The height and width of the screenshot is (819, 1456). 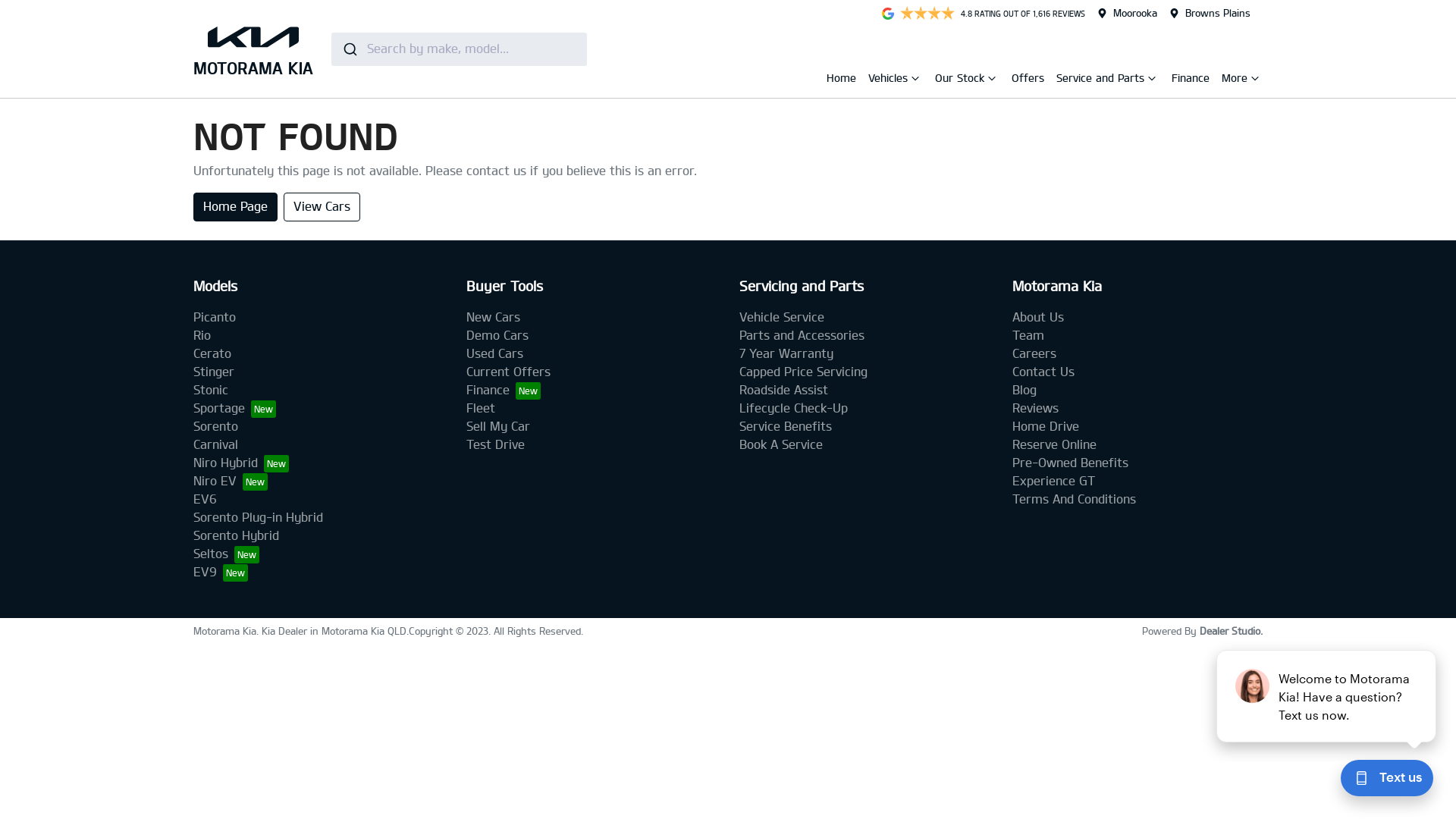 What do you see at coordinates (1069, 462) in the screenshot?
I see `'Pre-Owned Benefits'` at bounding box center [1069, 462].